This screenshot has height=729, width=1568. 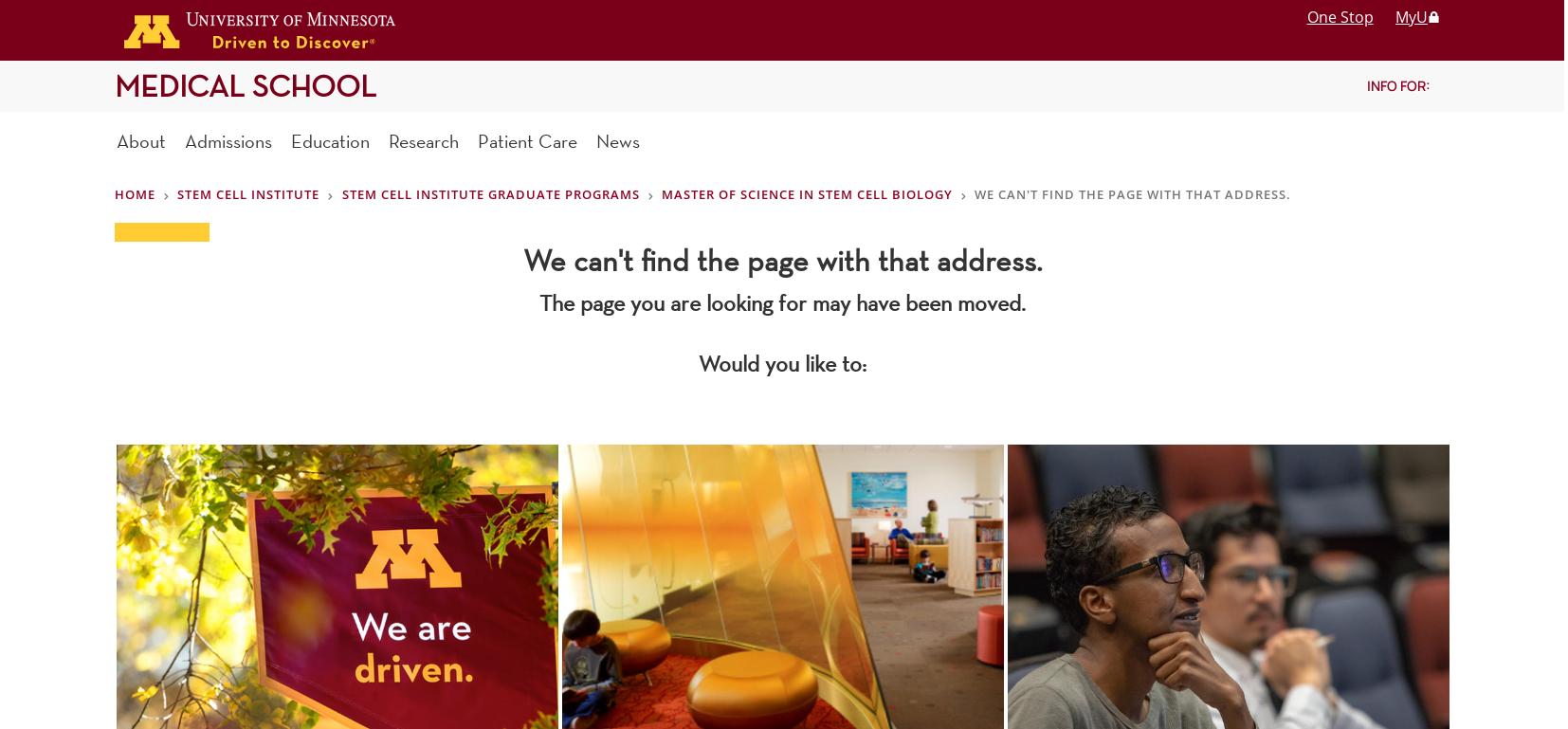 What do you see at coordinates (527, 139) in the screenshot?
I see `'Patient Care'` at bounding box center [527, 139].